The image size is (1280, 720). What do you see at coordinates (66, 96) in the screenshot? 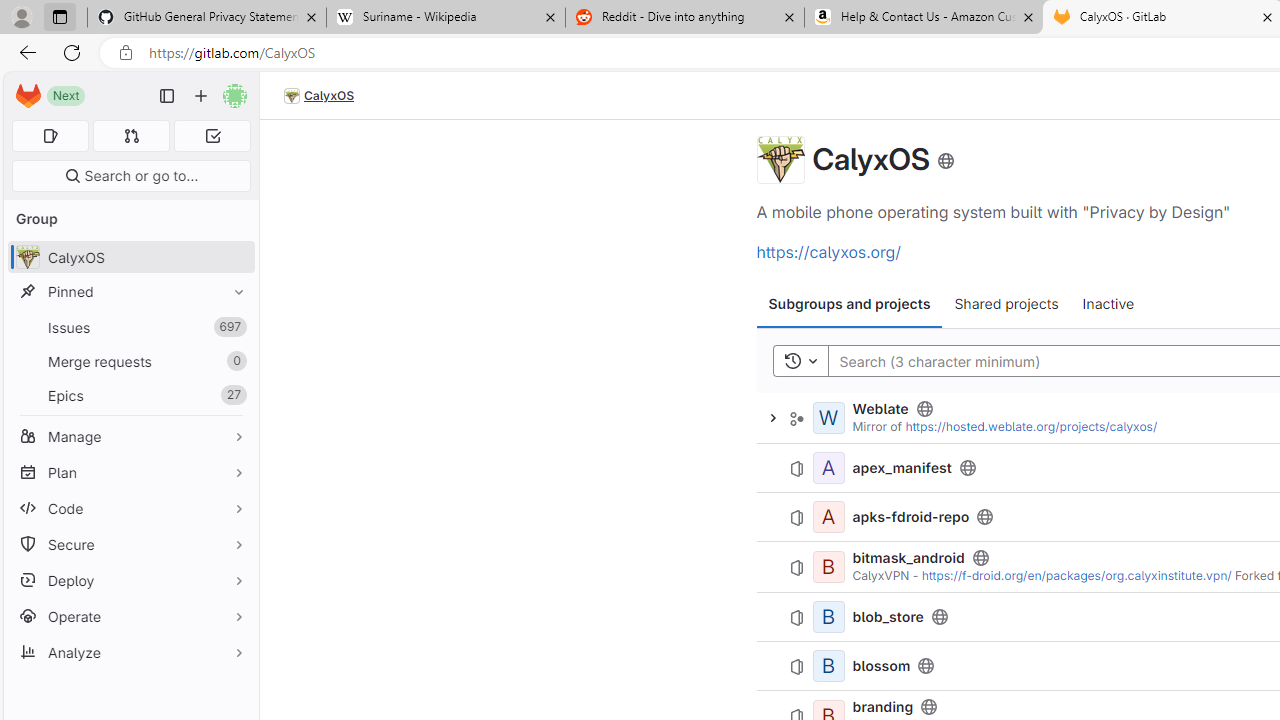
I see `'Next'` at bounding box center [66, 96].